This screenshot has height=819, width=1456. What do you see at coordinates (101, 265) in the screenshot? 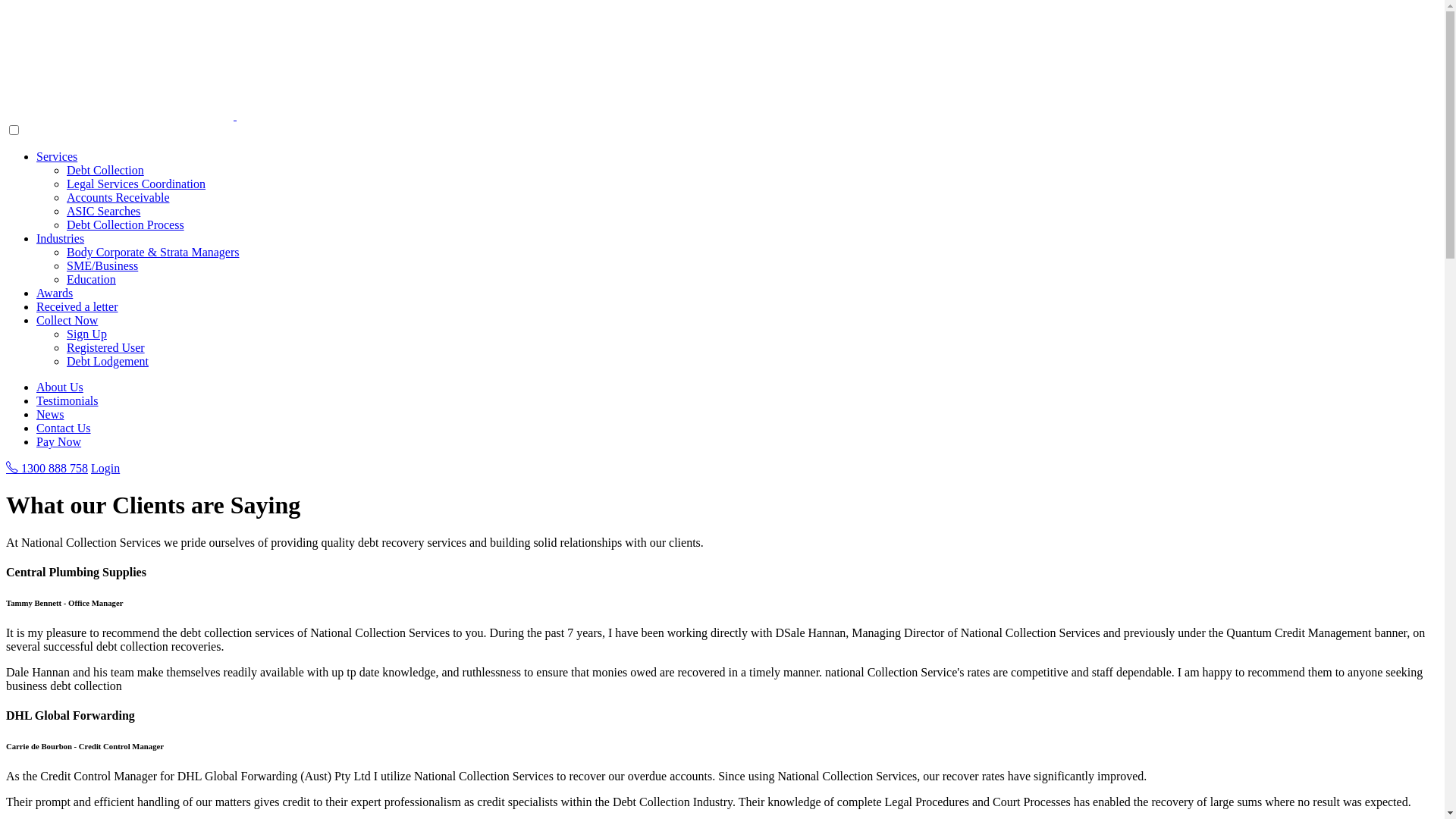
I see `'SME/Business'` at bounding box center [101, 265].